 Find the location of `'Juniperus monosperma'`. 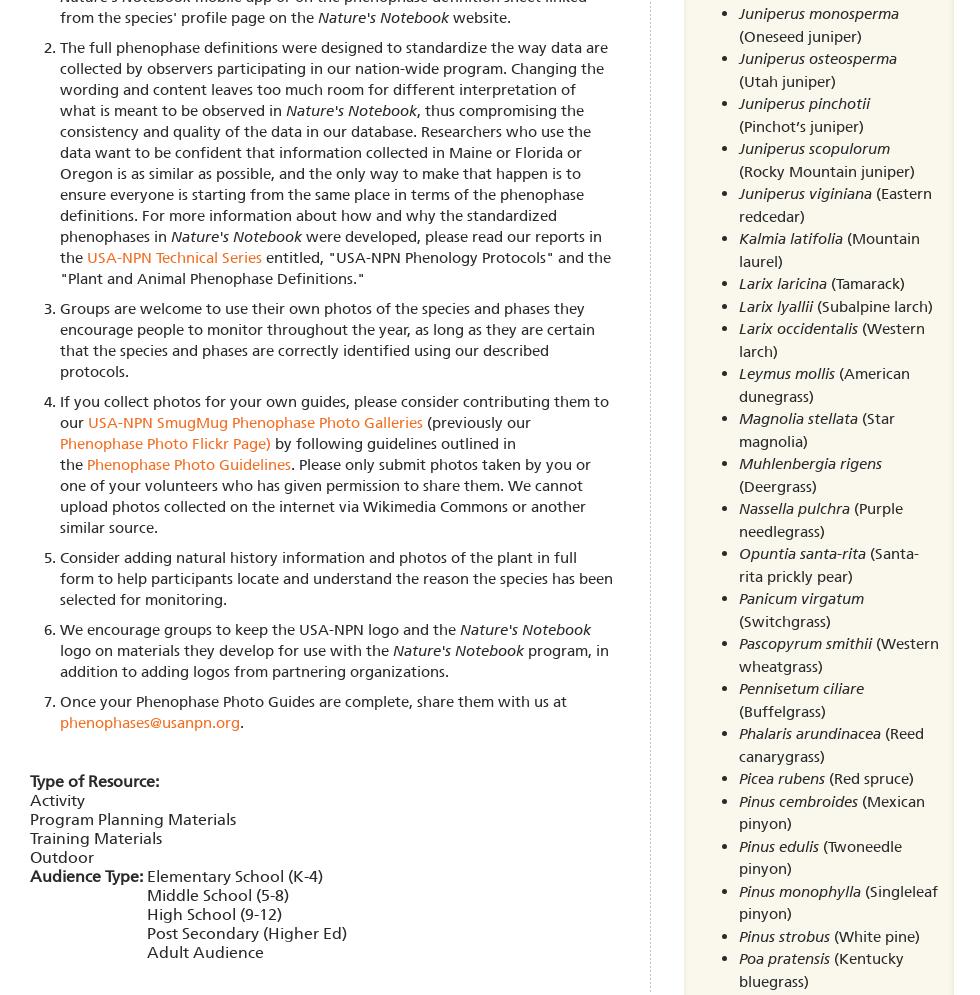

'Juniperus monosperma' is located at coordinates (818, 14).